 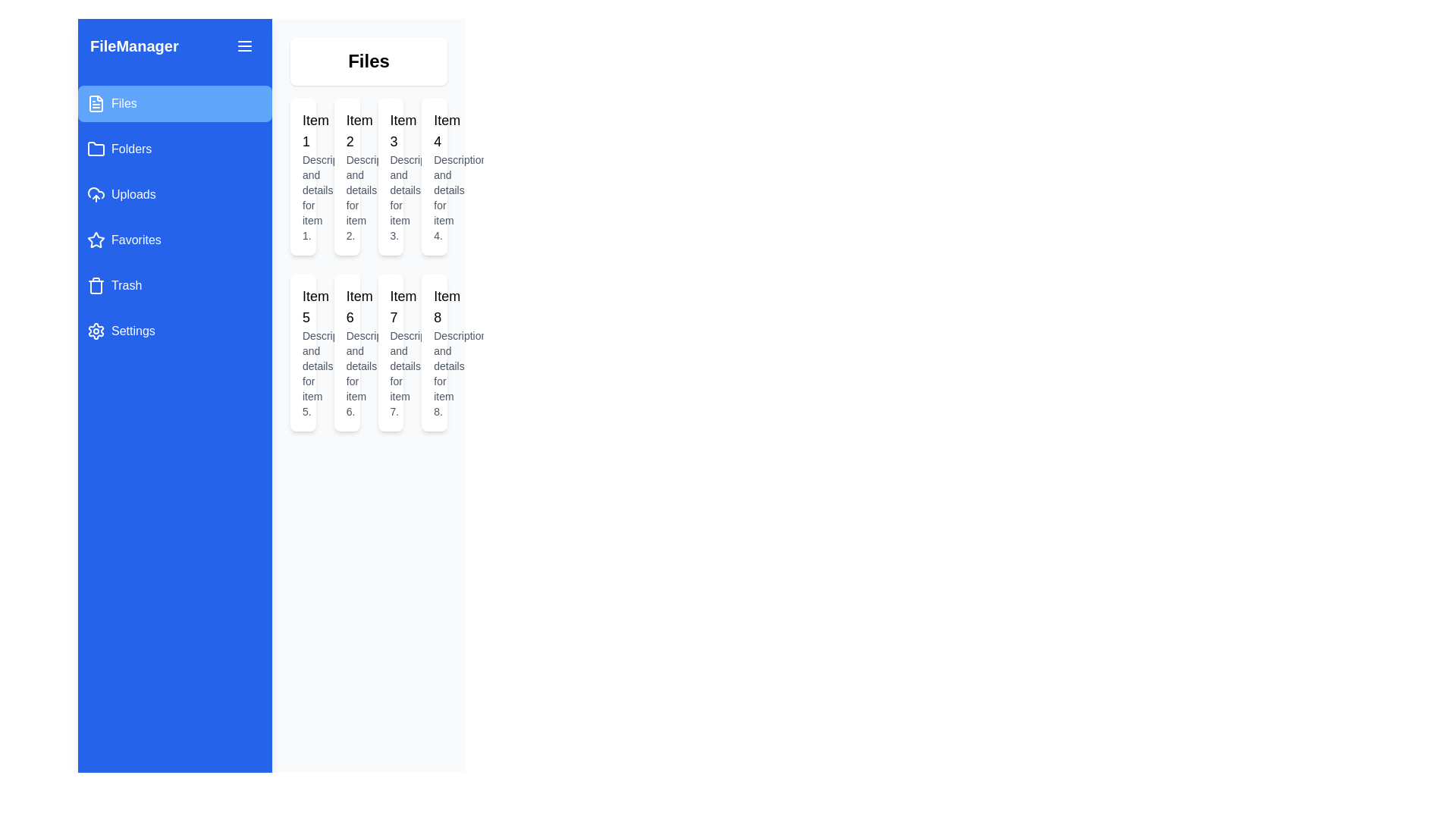 What do you see at coordinates (434, 307) in the screenshot?
I see `the text label that serves as the title for 'Item 8'` at bounding box center [434, 307].